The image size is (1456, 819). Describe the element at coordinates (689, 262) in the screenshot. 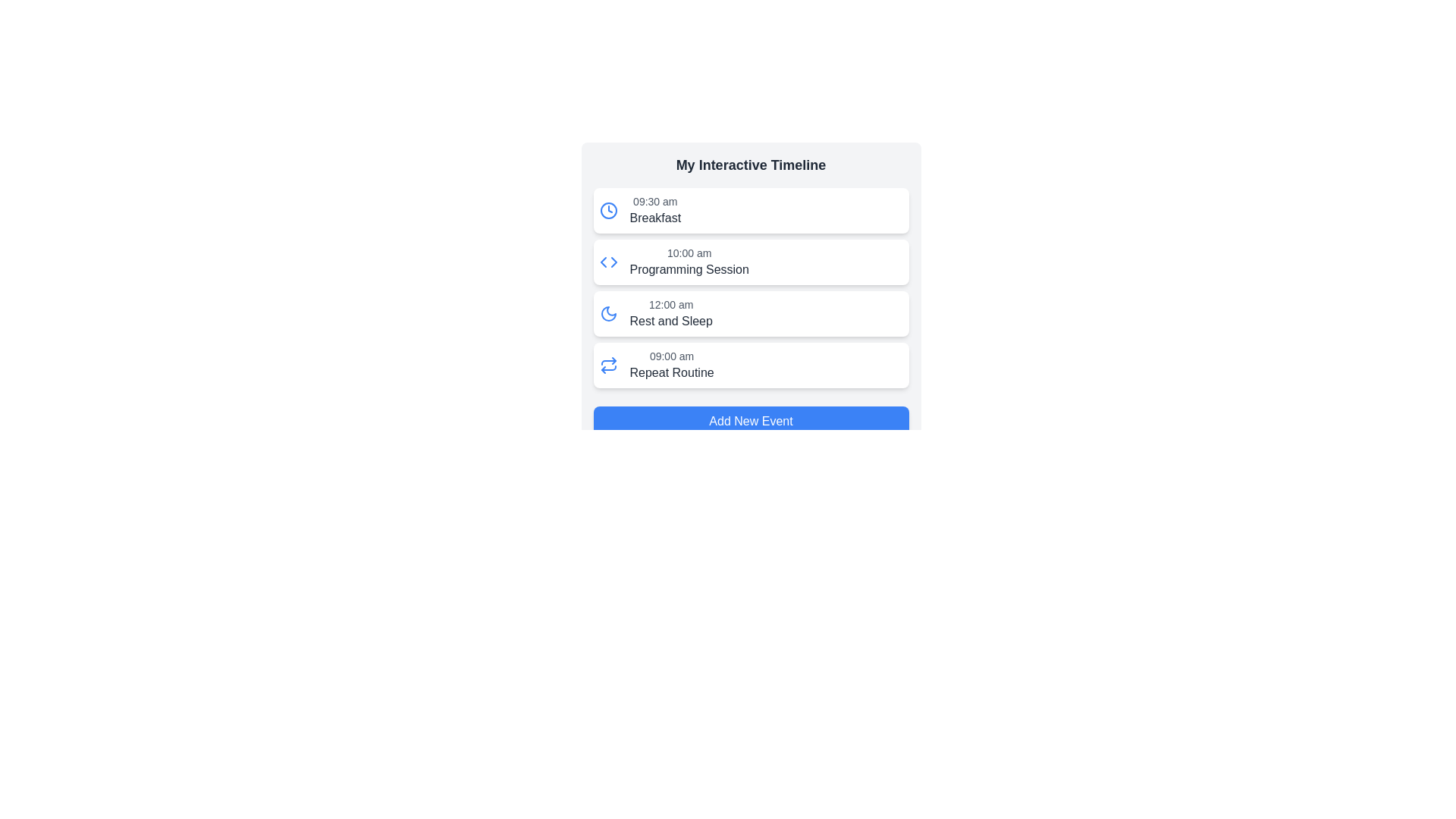

I see `the scheduled event text label indicating the time and title of the event, which is the second entry in the interactive timeline between '09:30 am Breakfast' and '12:00 am Rest and Sleep'` at that location.